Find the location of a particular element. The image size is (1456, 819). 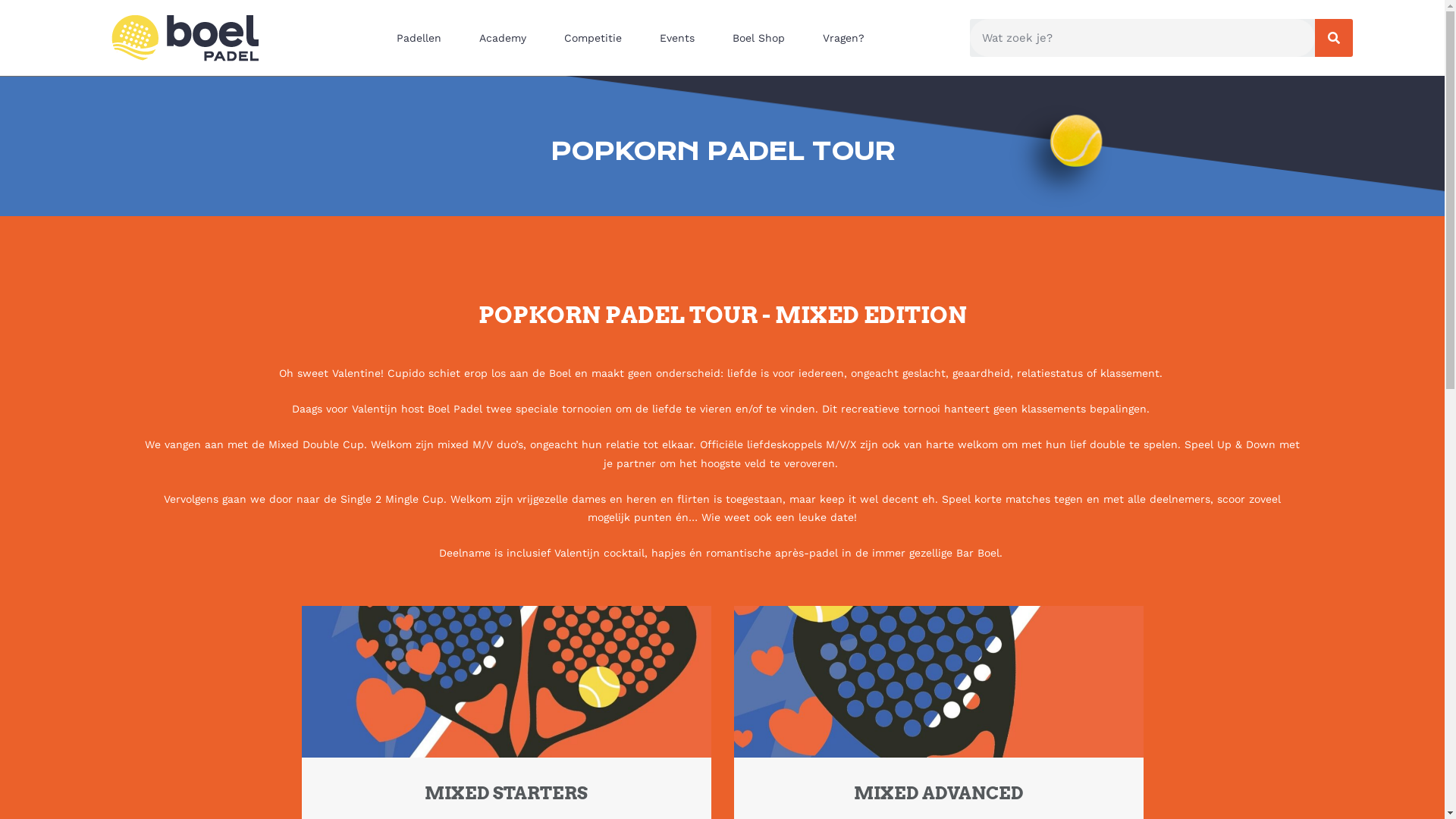

'Competitie' is located at coordinates (548, 37).